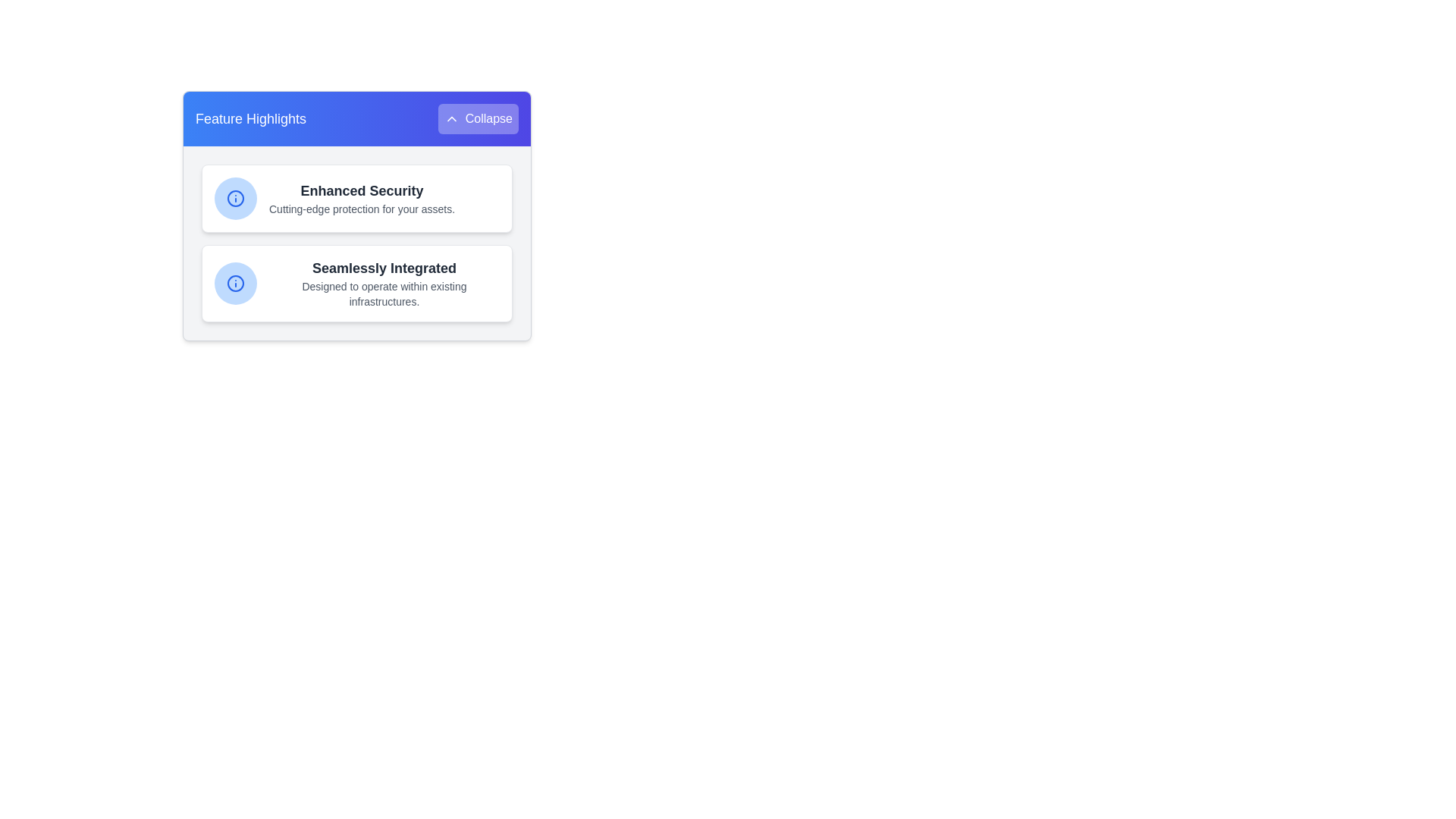 This screenshot has height=819, width=1456. Describe the element at coordinates (450, 118) in the screenshot. I see `the upward-pointing chevron icon located in the collapsible button labeled 'Collapse' in the top-right corner of the 'Feature Highlights' section` at that location.